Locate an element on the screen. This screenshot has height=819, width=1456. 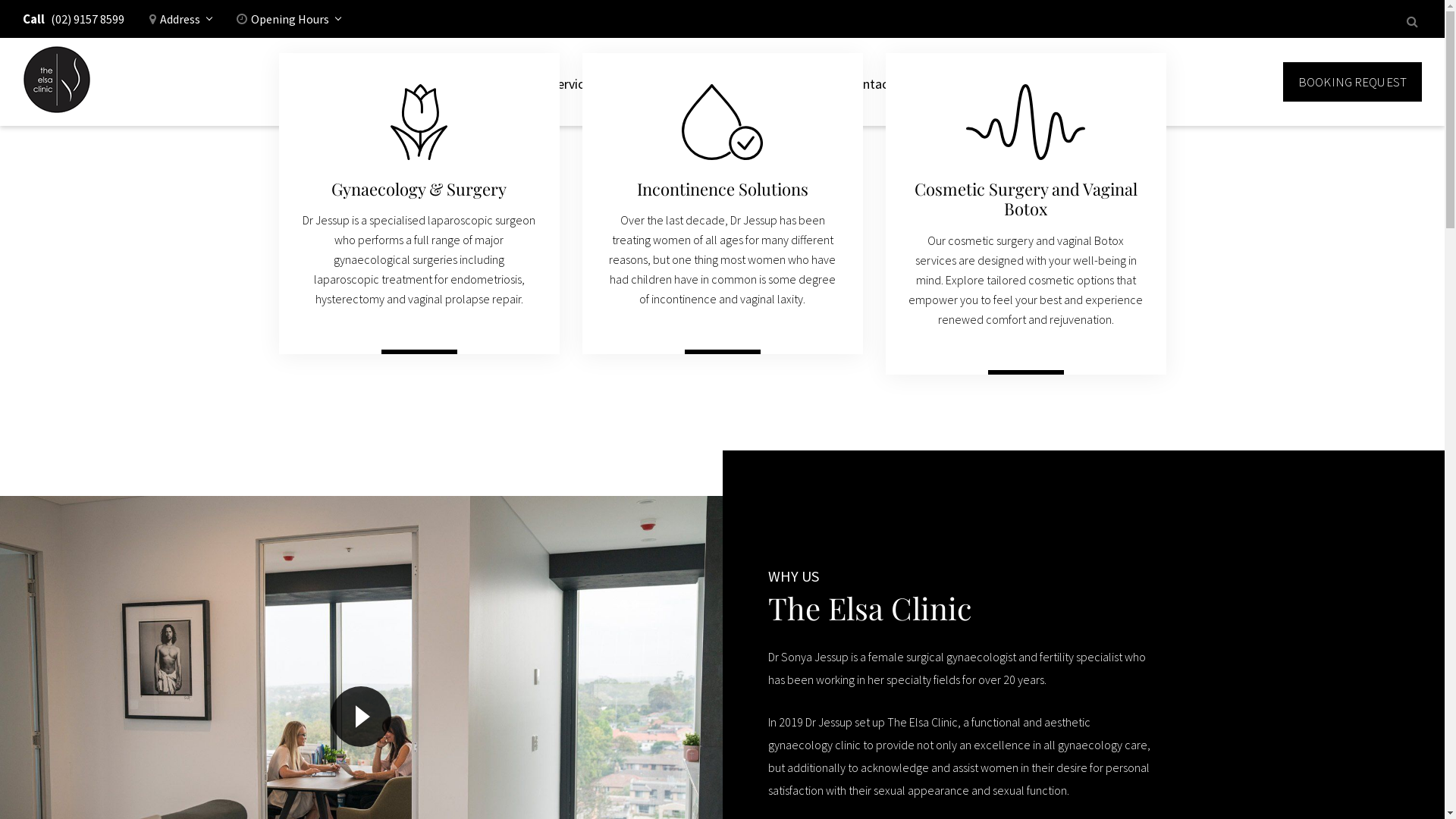
'Journal' is located at coordinates (803, 82).